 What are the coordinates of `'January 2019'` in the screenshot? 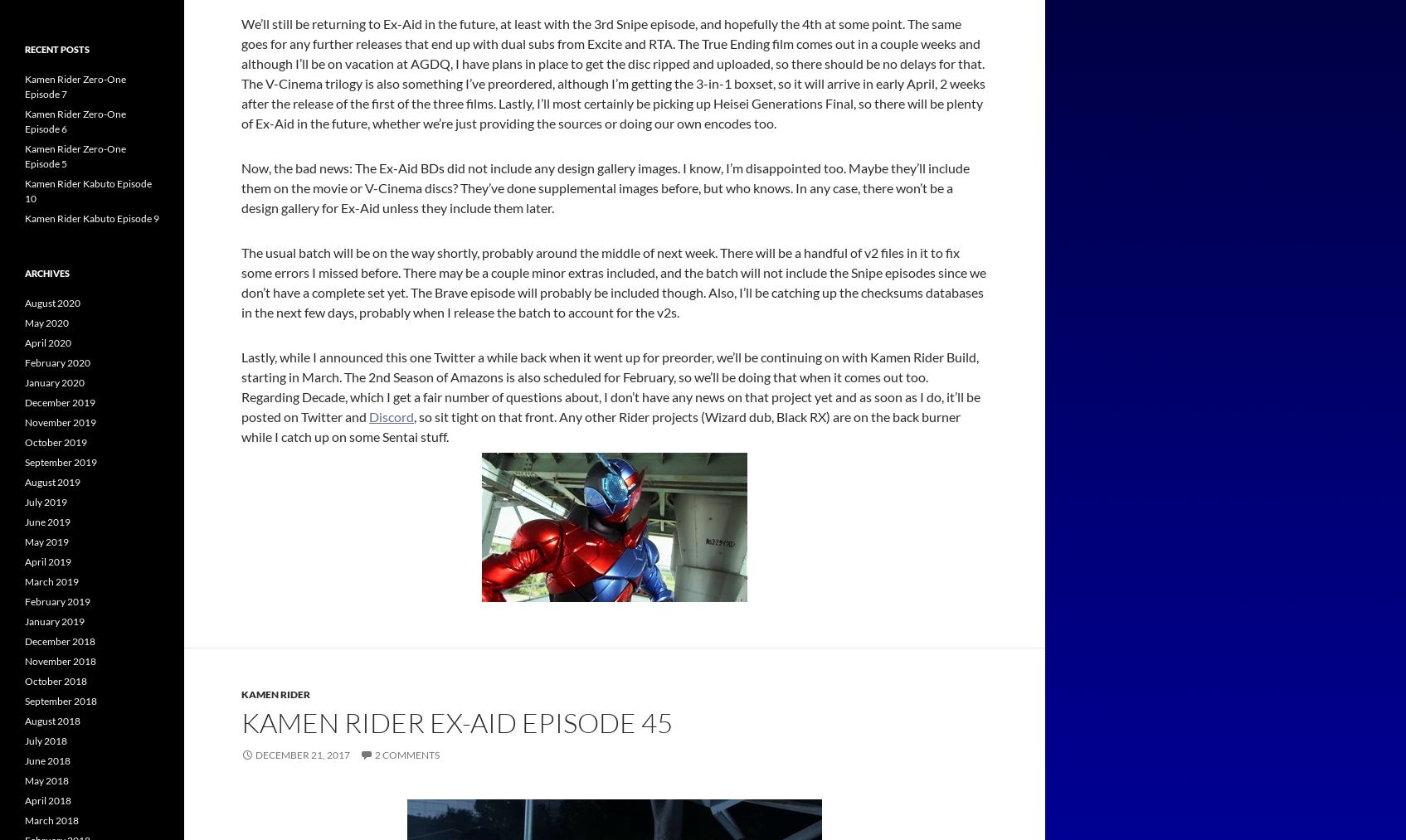 It's located at (54, 621).